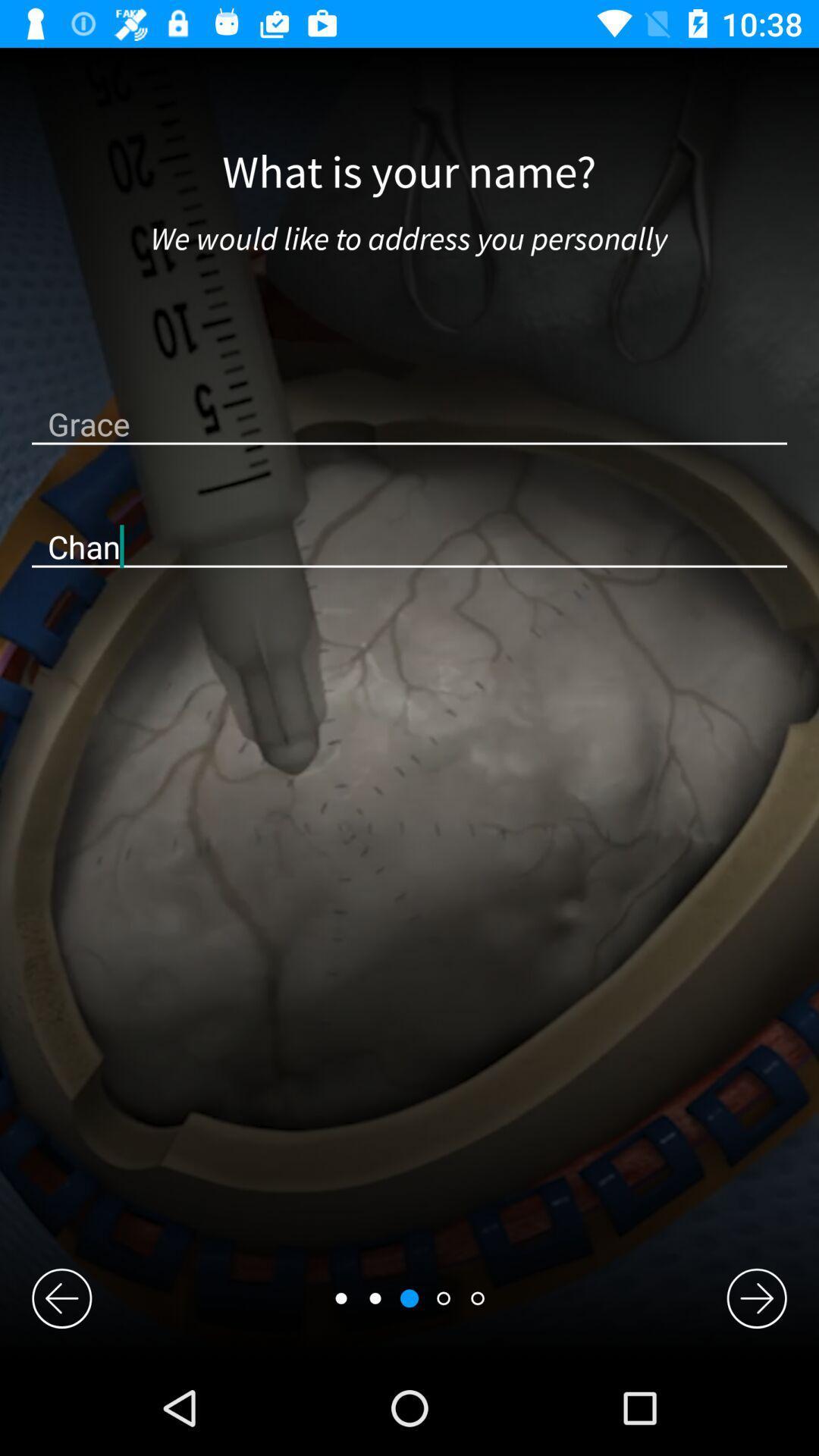 The image size is (819, 1456). What do you see at coordinates (408, 173) in the screenshot?
I see `the what is your icon` at bounding box center [408, 173].